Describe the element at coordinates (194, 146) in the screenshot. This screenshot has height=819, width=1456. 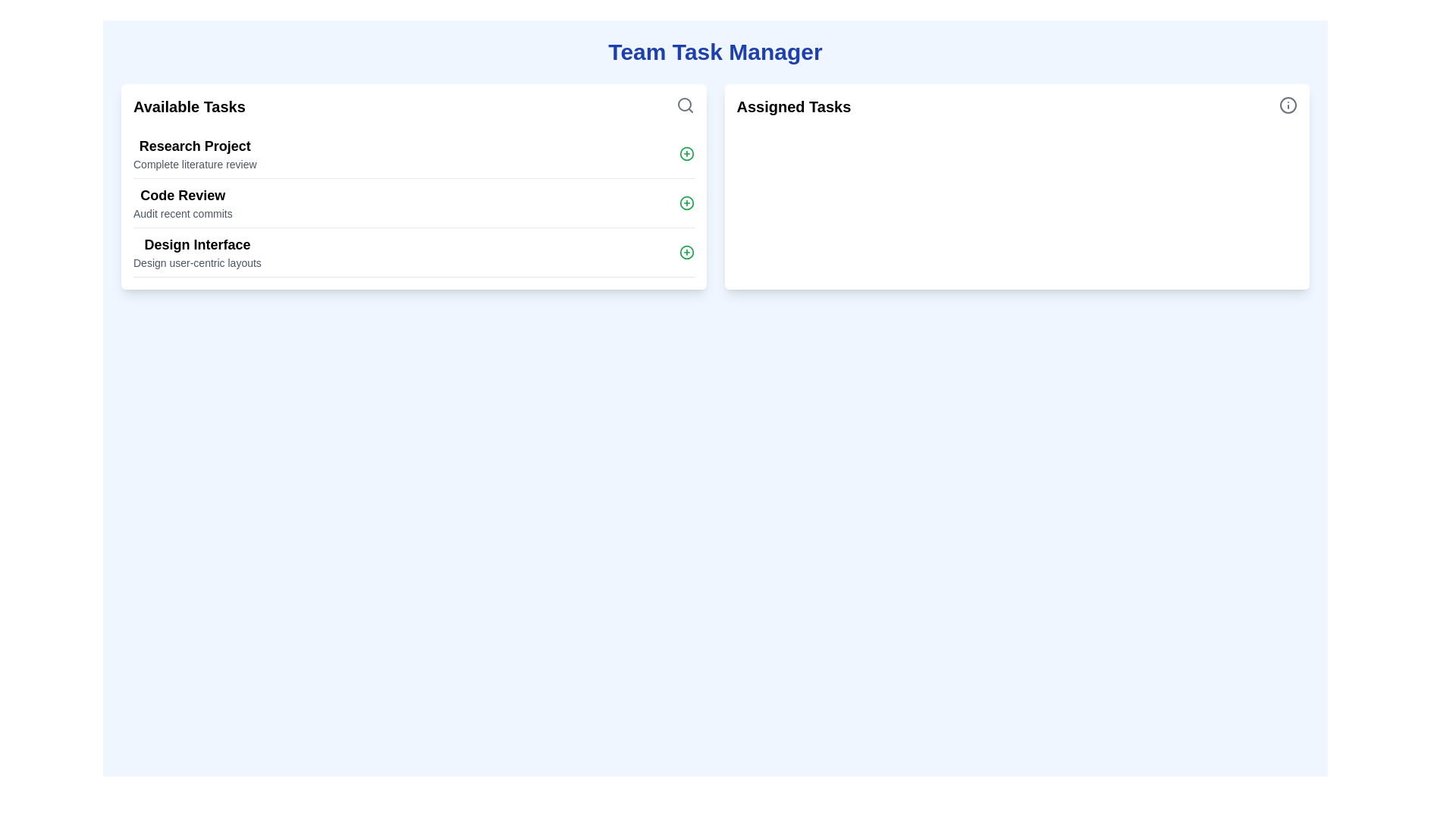
I see `the Text Label indicating the name of a task or project in the upper-left corner of the 'Available Tasks' section` at that location.